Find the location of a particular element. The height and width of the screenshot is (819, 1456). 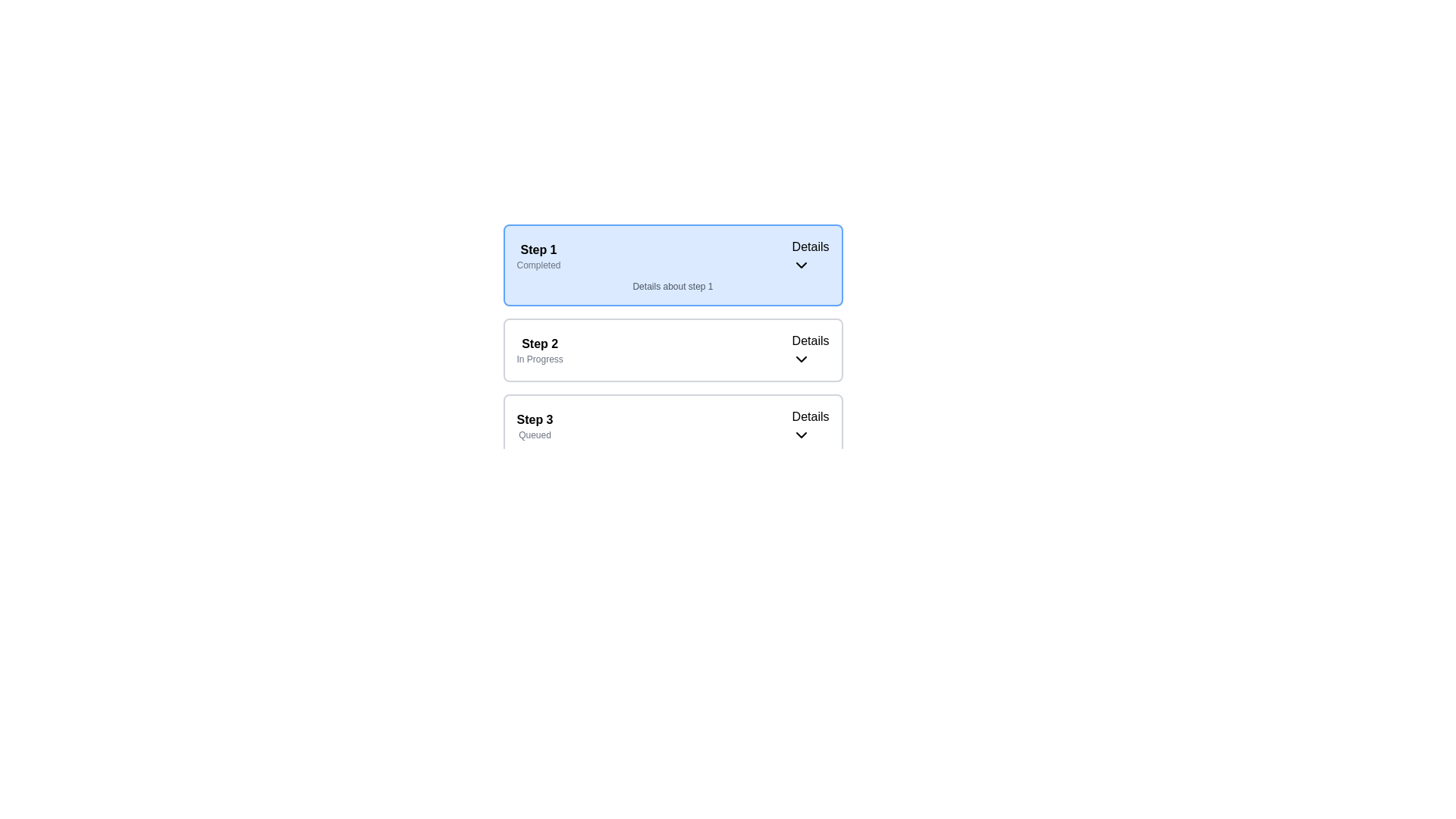

the dropdown initiator for 'Step 2' is located at coordinates (810, 350).